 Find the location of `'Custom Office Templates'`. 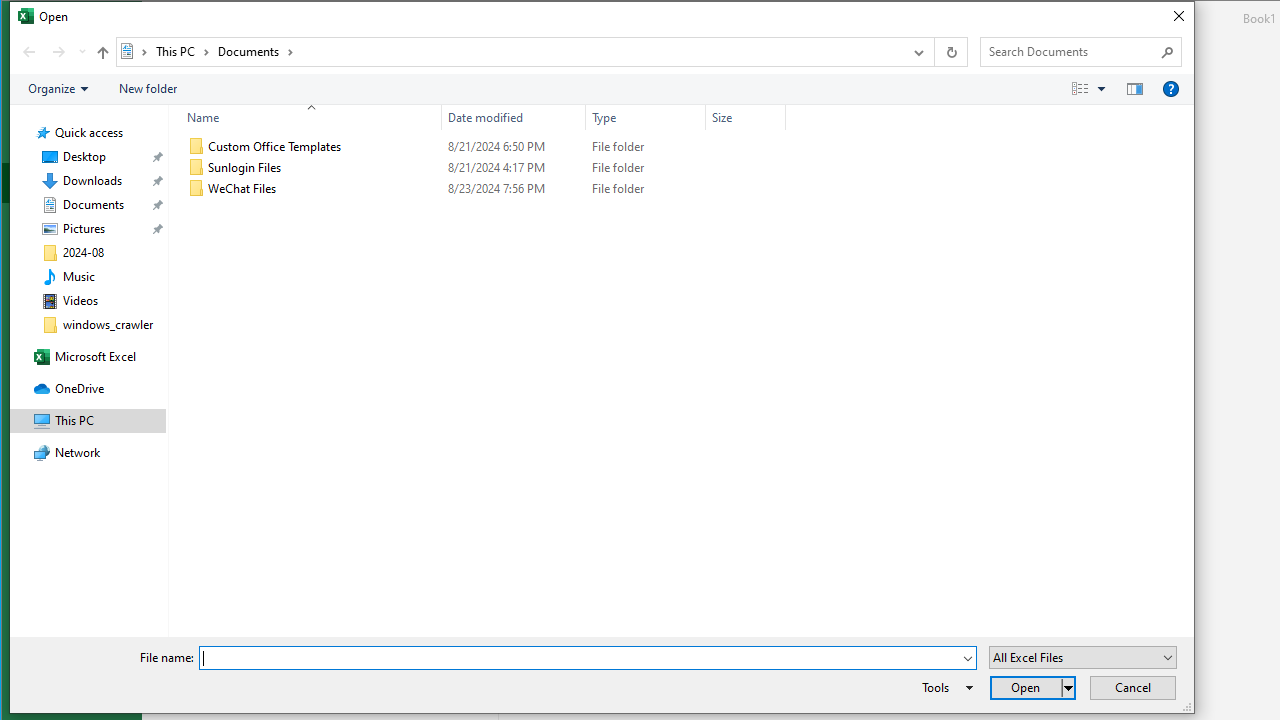

'Custom Office Templates' is located at coordinates (483, 145).